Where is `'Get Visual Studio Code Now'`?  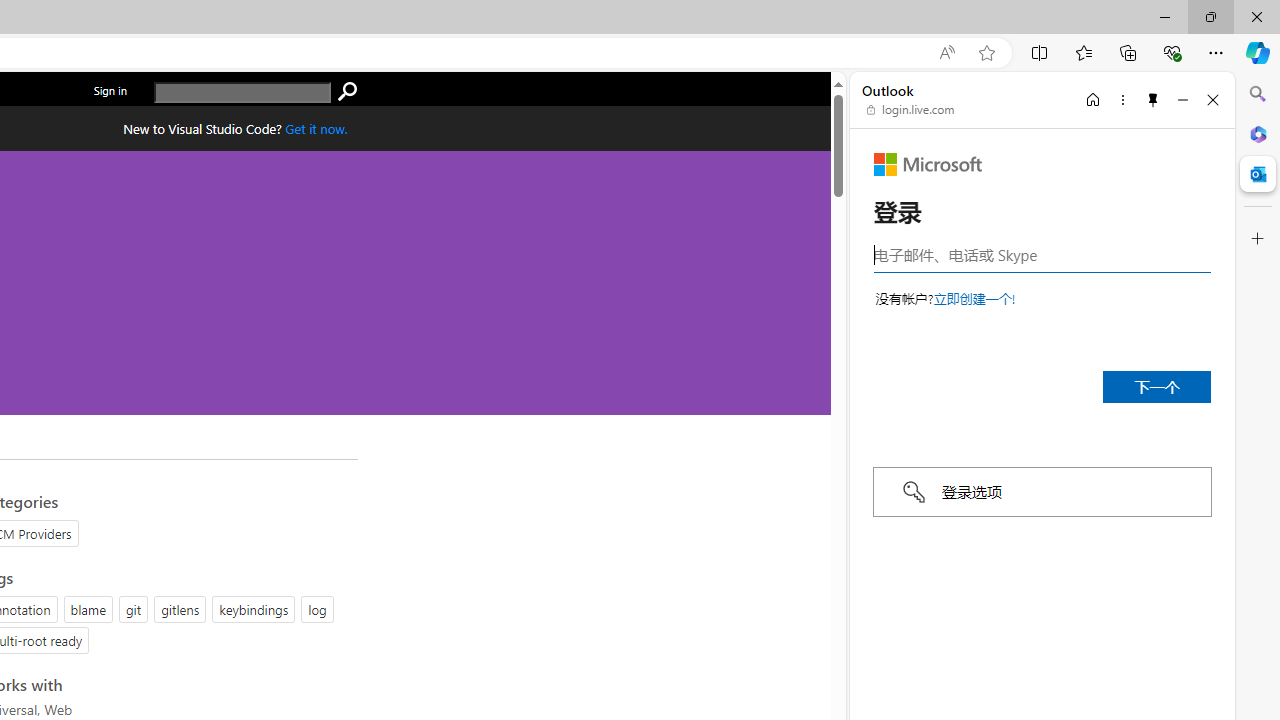 'Get Visual Studio Code Now' is located at coordinates (315, 128).